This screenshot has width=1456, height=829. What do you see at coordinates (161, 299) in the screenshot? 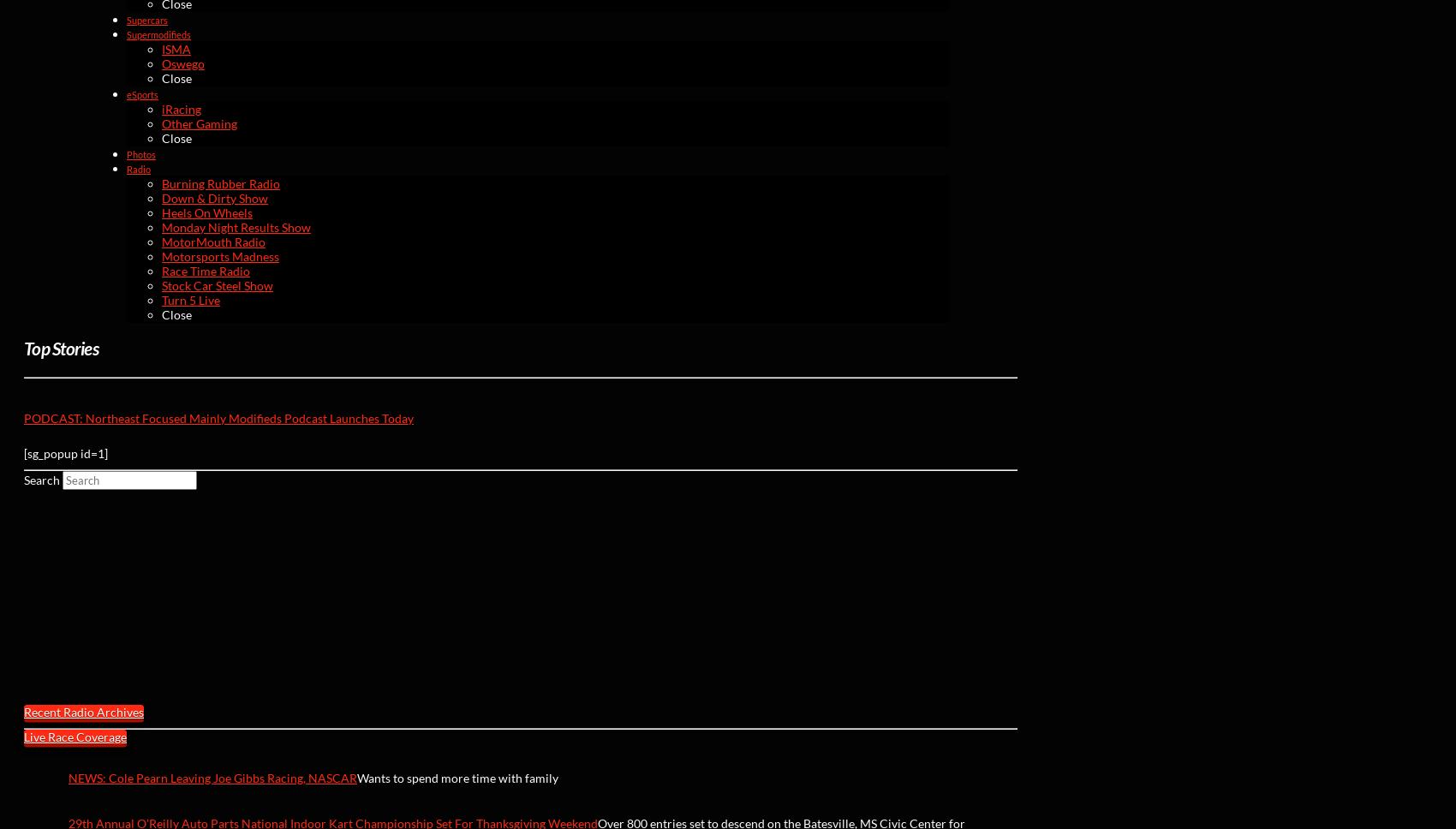
I see `'Turn 5 Live'` at bounding box center [161, 299].